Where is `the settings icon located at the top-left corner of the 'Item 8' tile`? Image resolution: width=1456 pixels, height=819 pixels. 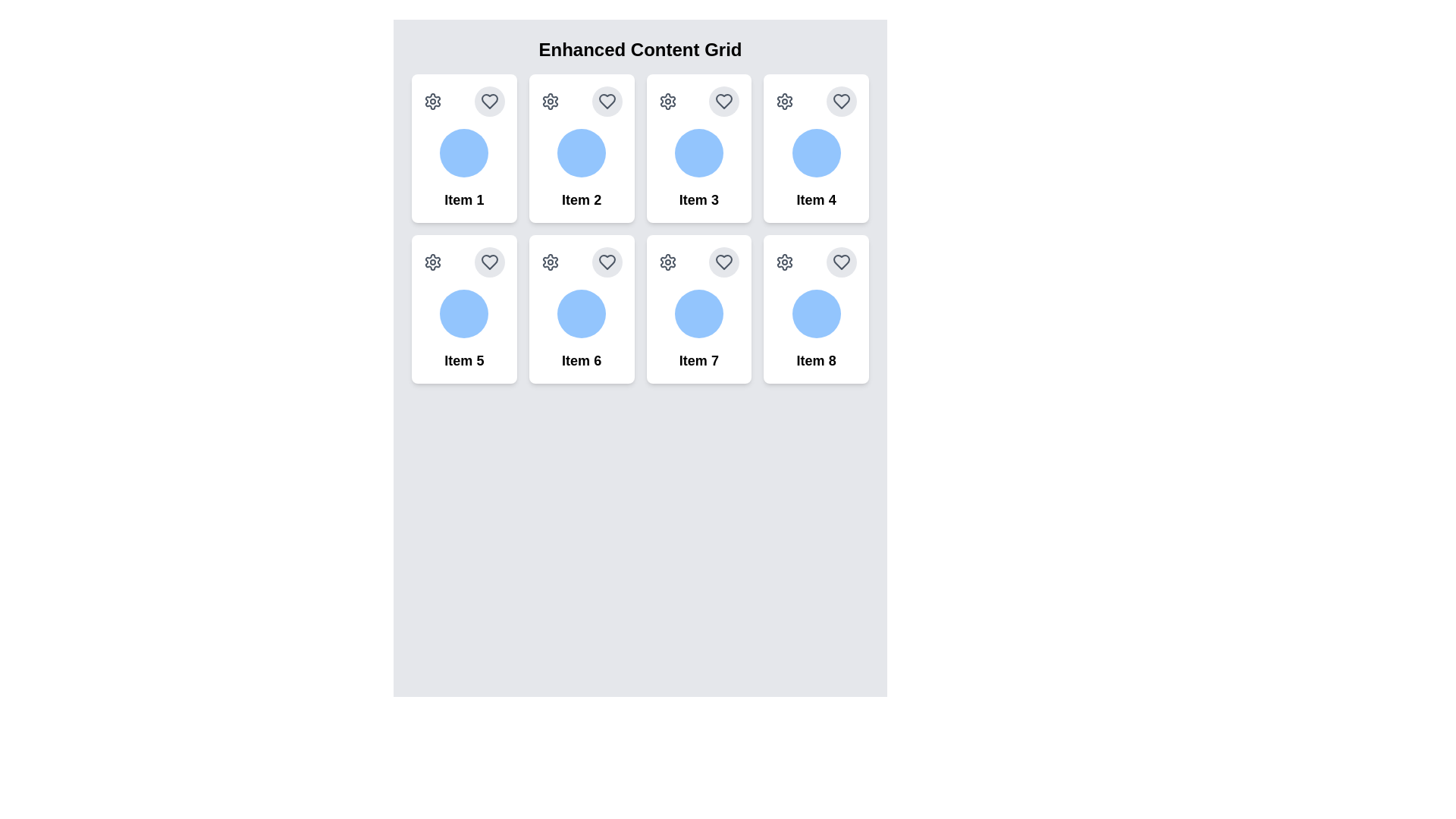
the settings icon located at the top-left corner of the 'Item 8' tile is located at coordinates (785, 262).